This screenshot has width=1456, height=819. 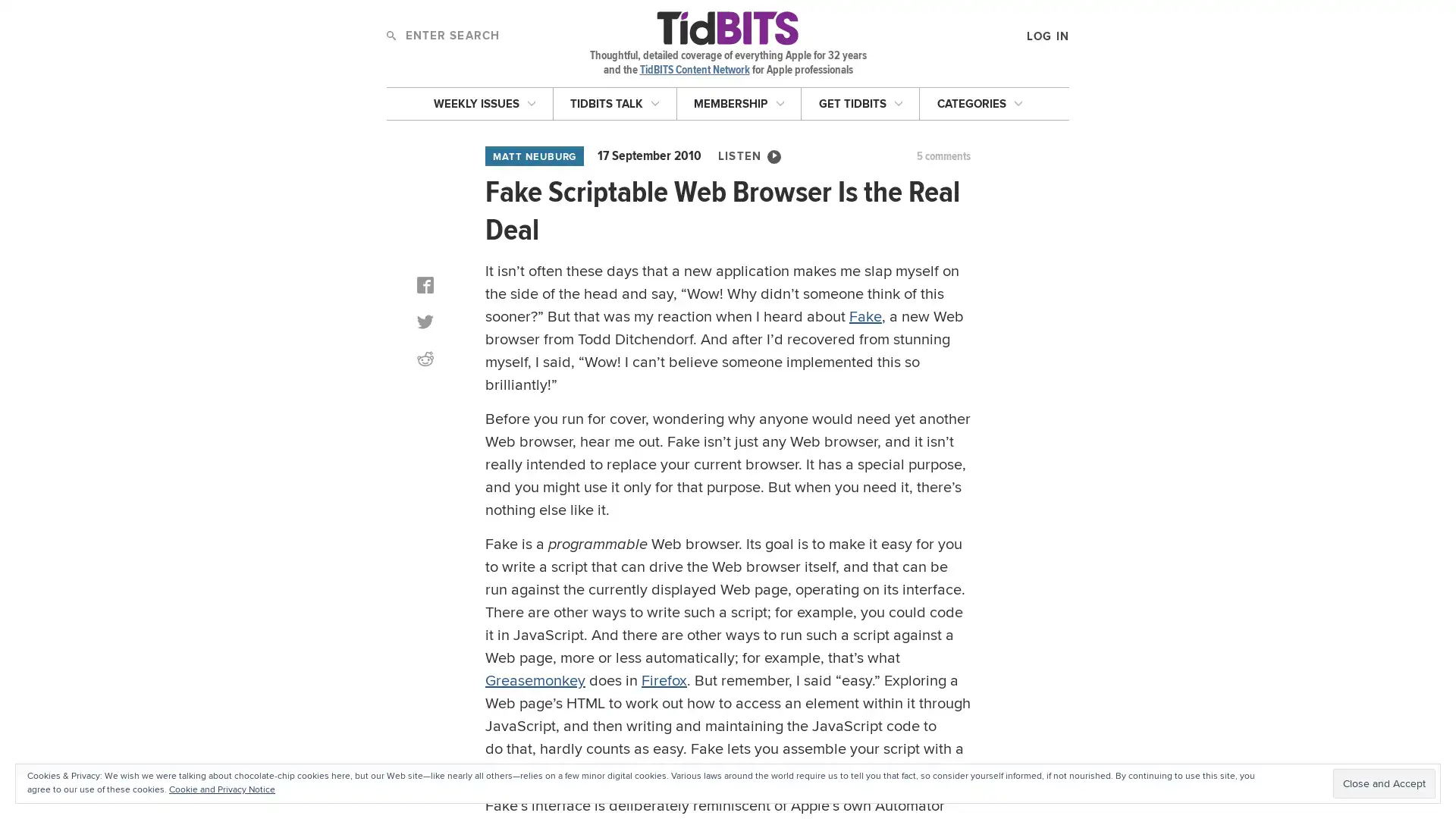 I want to click on MEMBERSHIP, so click(x=739, y=102).